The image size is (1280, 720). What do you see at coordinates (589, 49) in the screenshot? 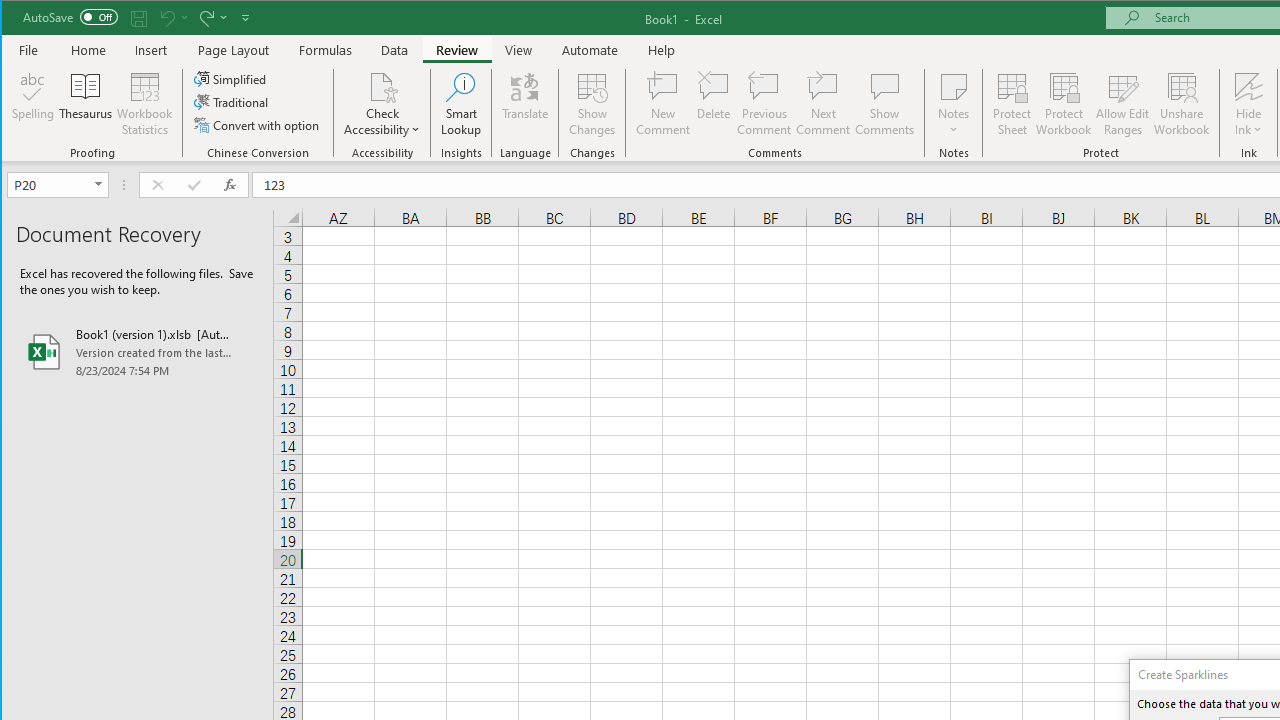
I see `'Automate'` at bounding box center [589, 49].